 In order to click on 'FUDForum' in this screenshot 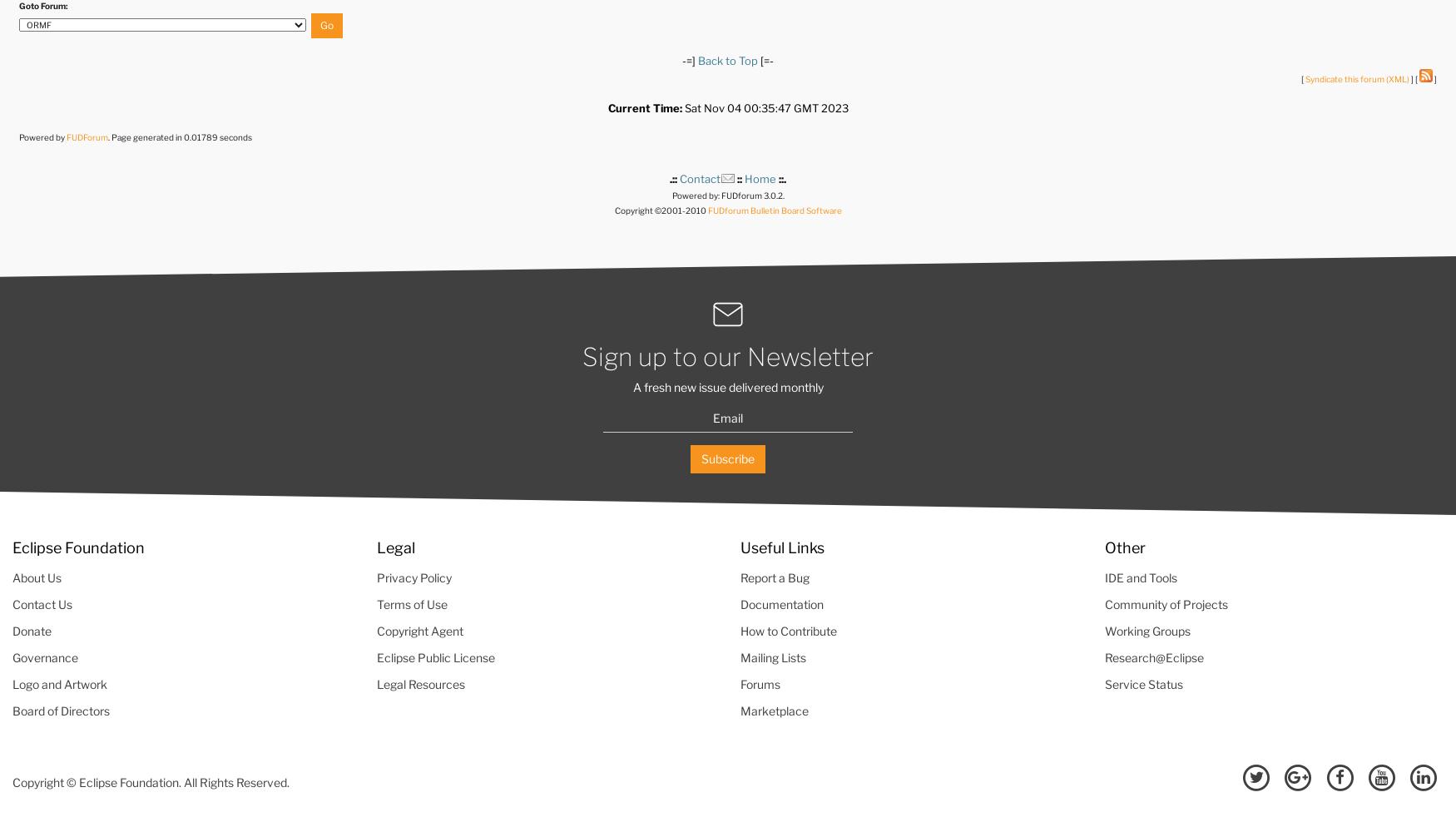, I will do `click(66, 136)`.